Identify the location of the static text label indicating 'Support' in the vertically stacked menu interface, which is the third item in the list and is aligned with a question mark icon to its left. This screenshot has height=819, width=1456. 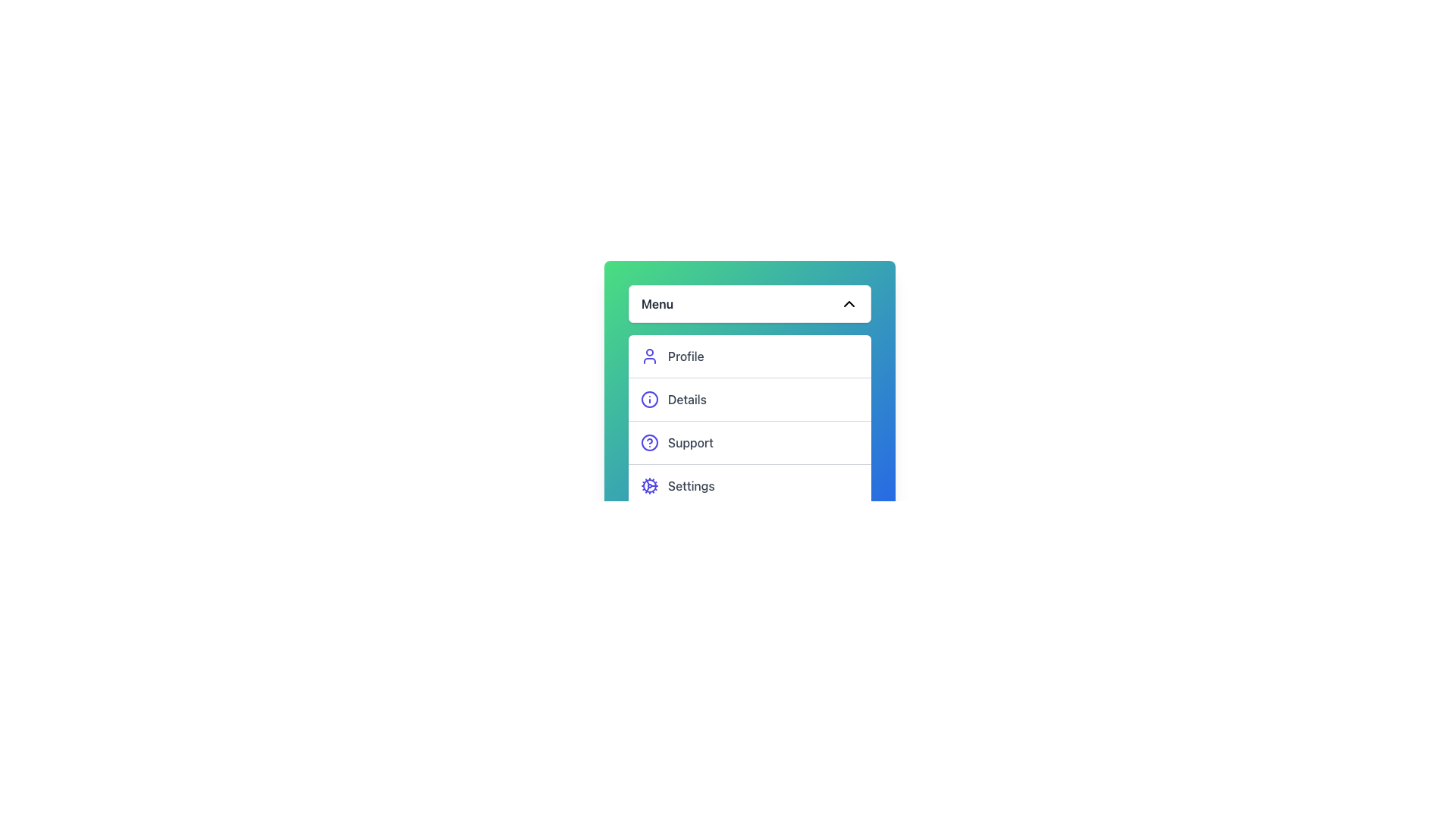
(690, 442).